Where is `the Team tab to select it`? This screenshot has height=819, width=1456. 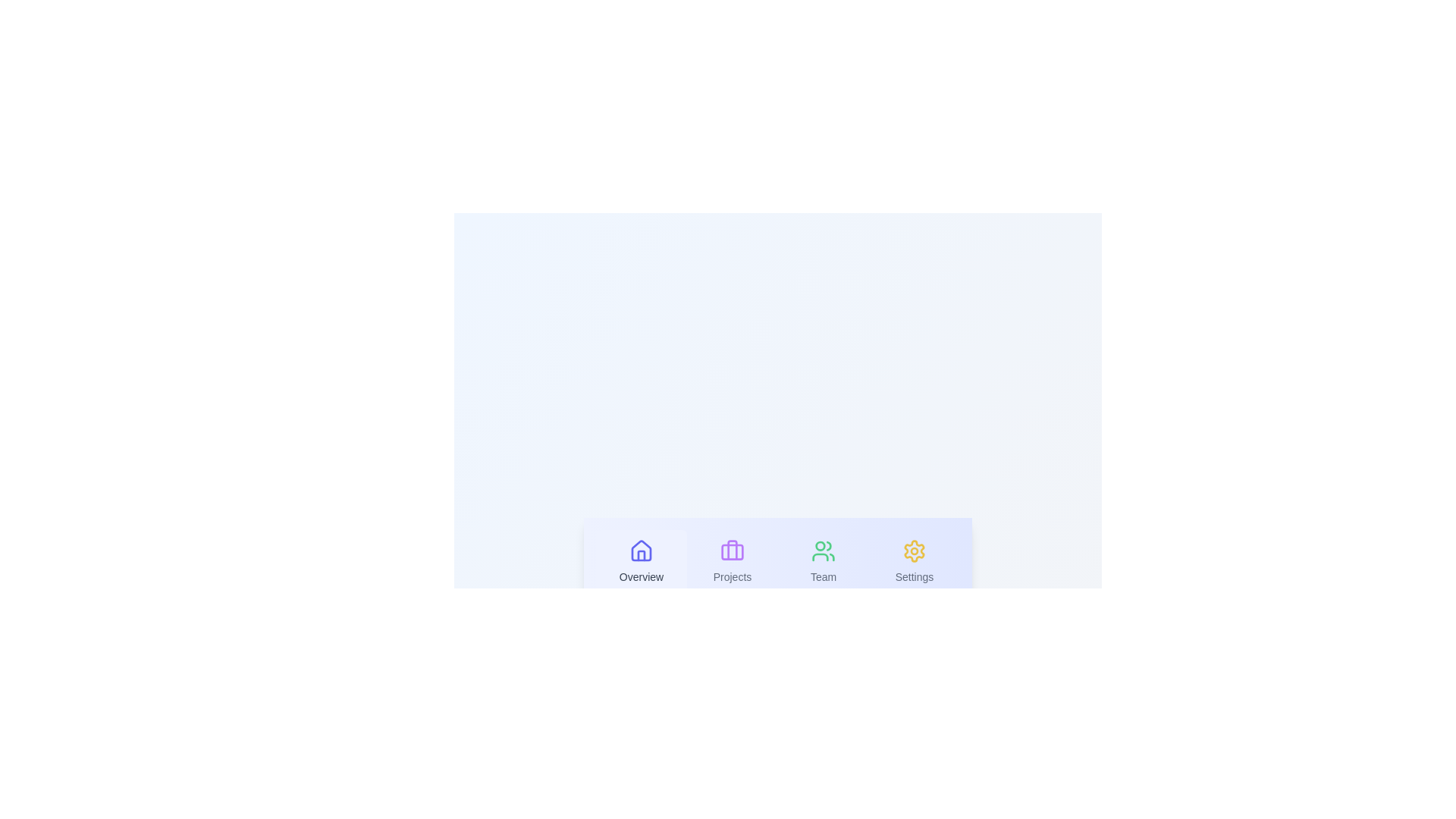
the Team tab to select it is located at coordinates (822, 563).